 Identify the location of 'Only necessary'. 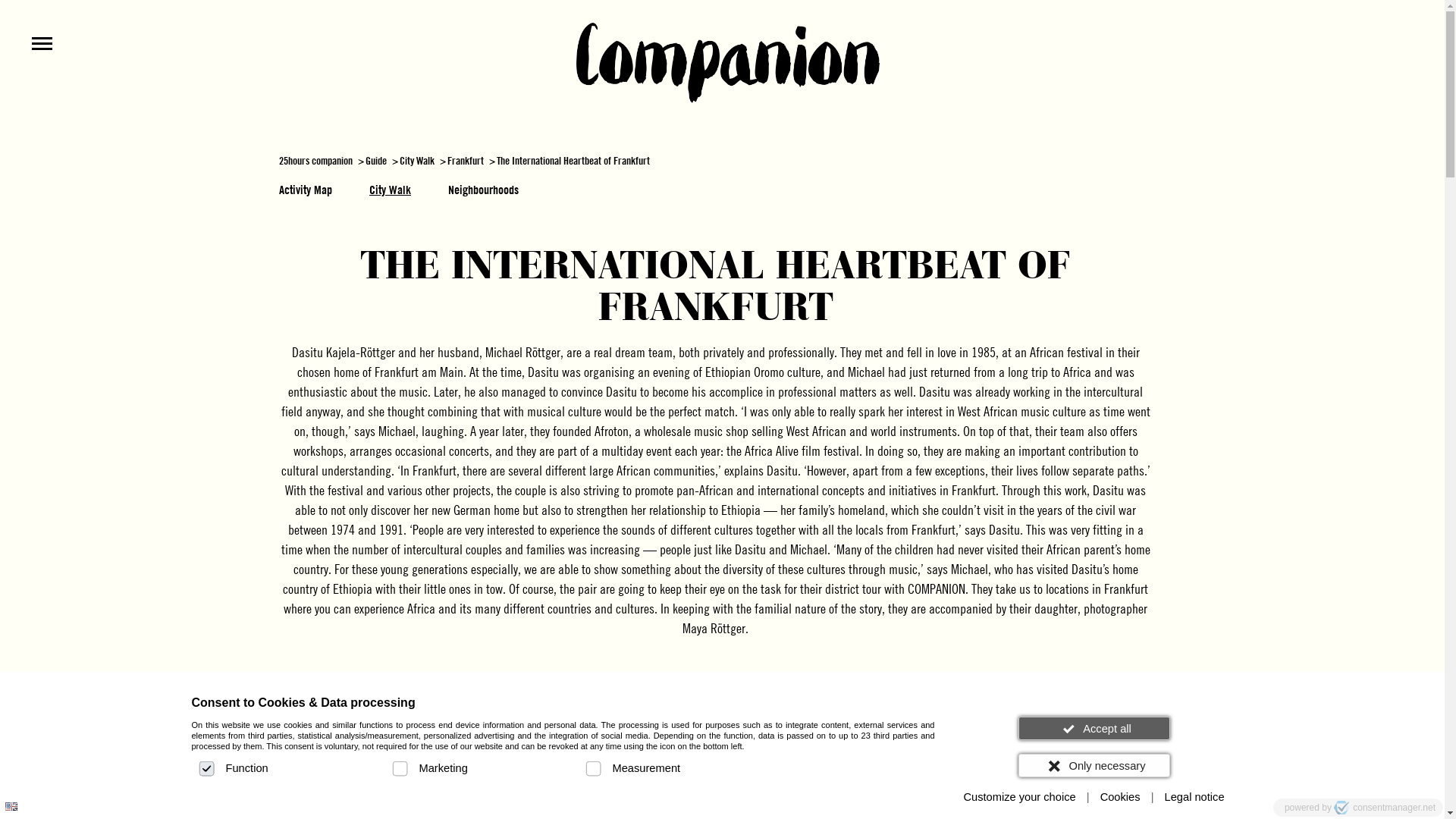
(1093, 765).